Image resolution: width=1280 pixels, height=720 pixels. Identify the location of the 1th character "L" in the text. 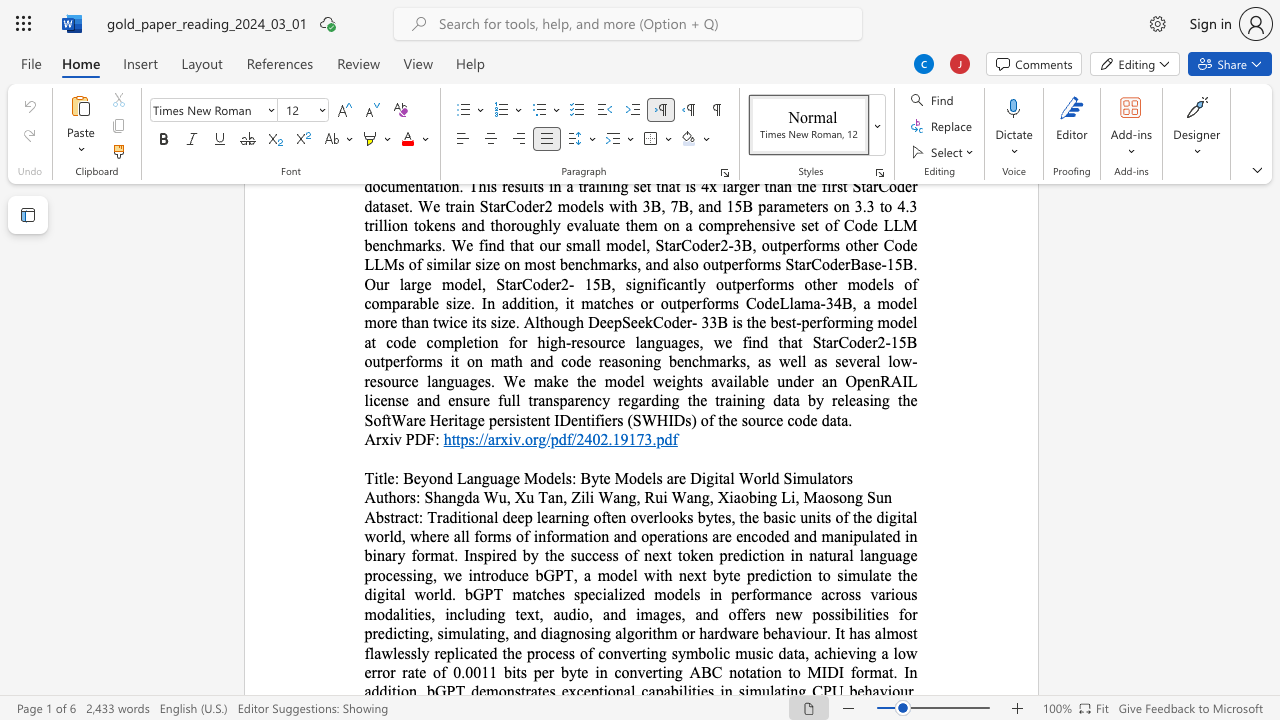
(460, 478).